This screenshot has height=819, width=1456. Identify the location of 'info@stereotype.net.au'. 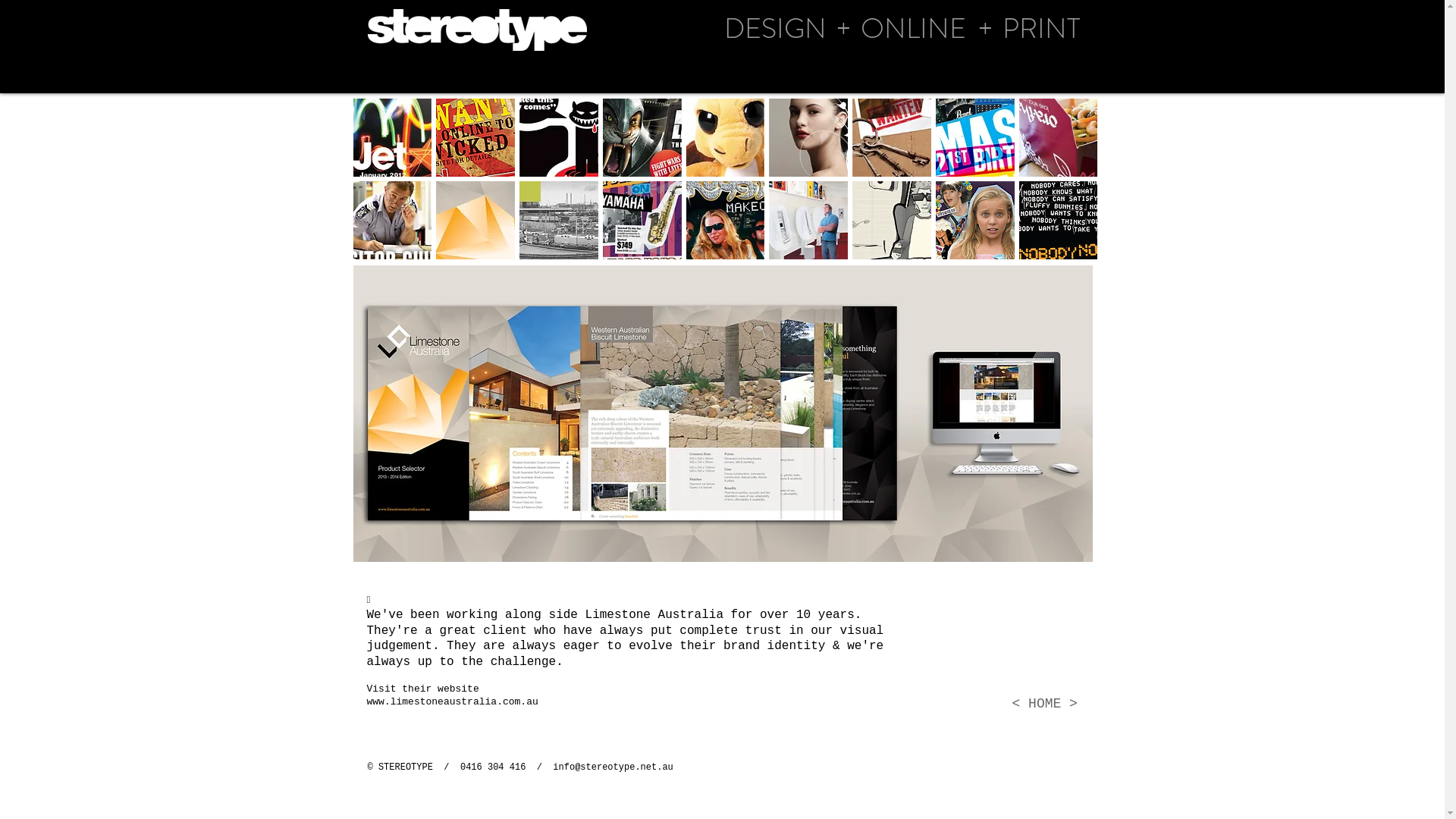
(552, 767).